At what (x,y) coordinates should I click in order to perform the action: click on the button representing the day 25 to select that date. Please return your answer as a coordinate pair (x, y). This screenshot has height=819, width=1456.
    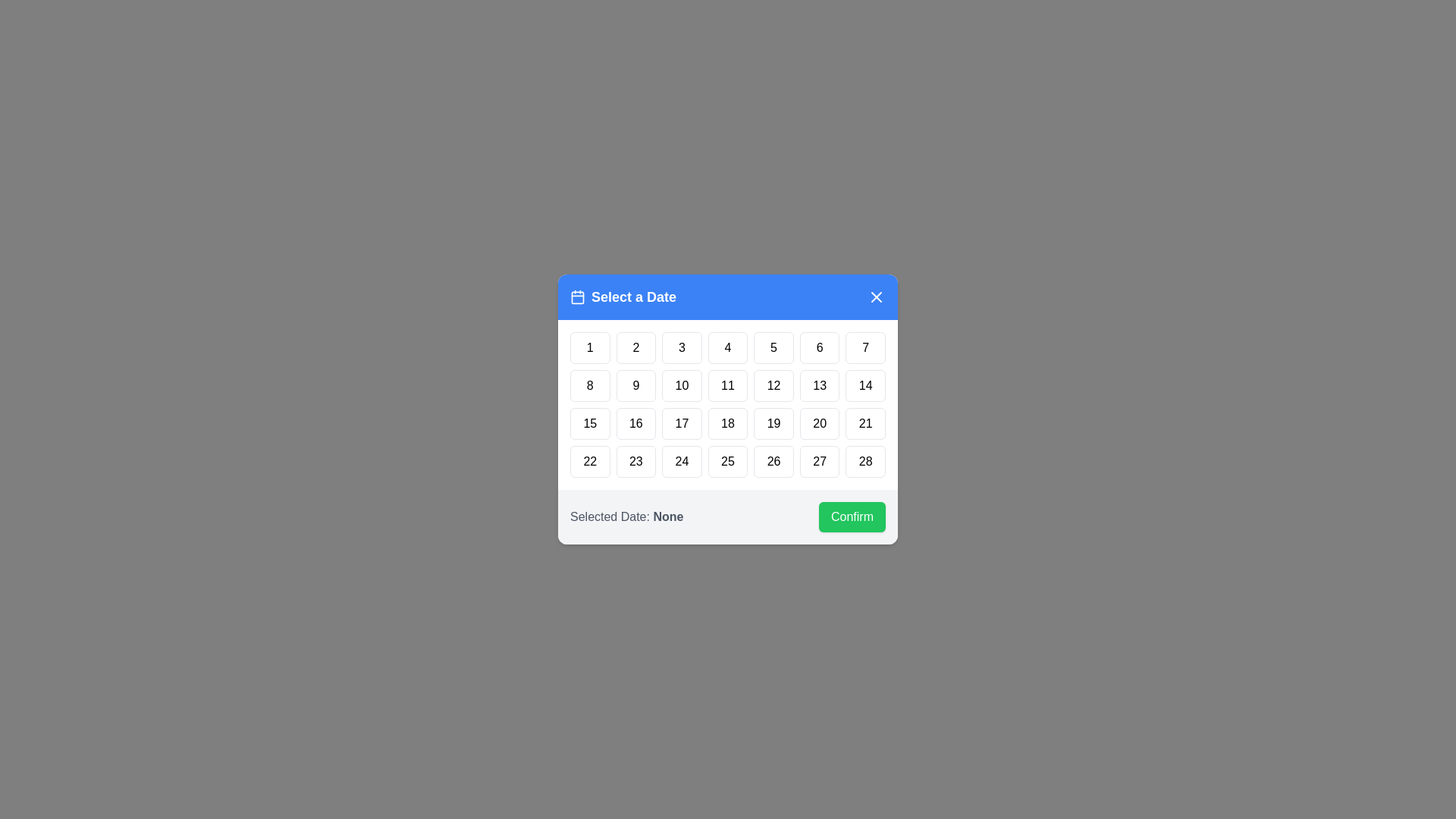
    Looking at the image, I should click on (728, 461).